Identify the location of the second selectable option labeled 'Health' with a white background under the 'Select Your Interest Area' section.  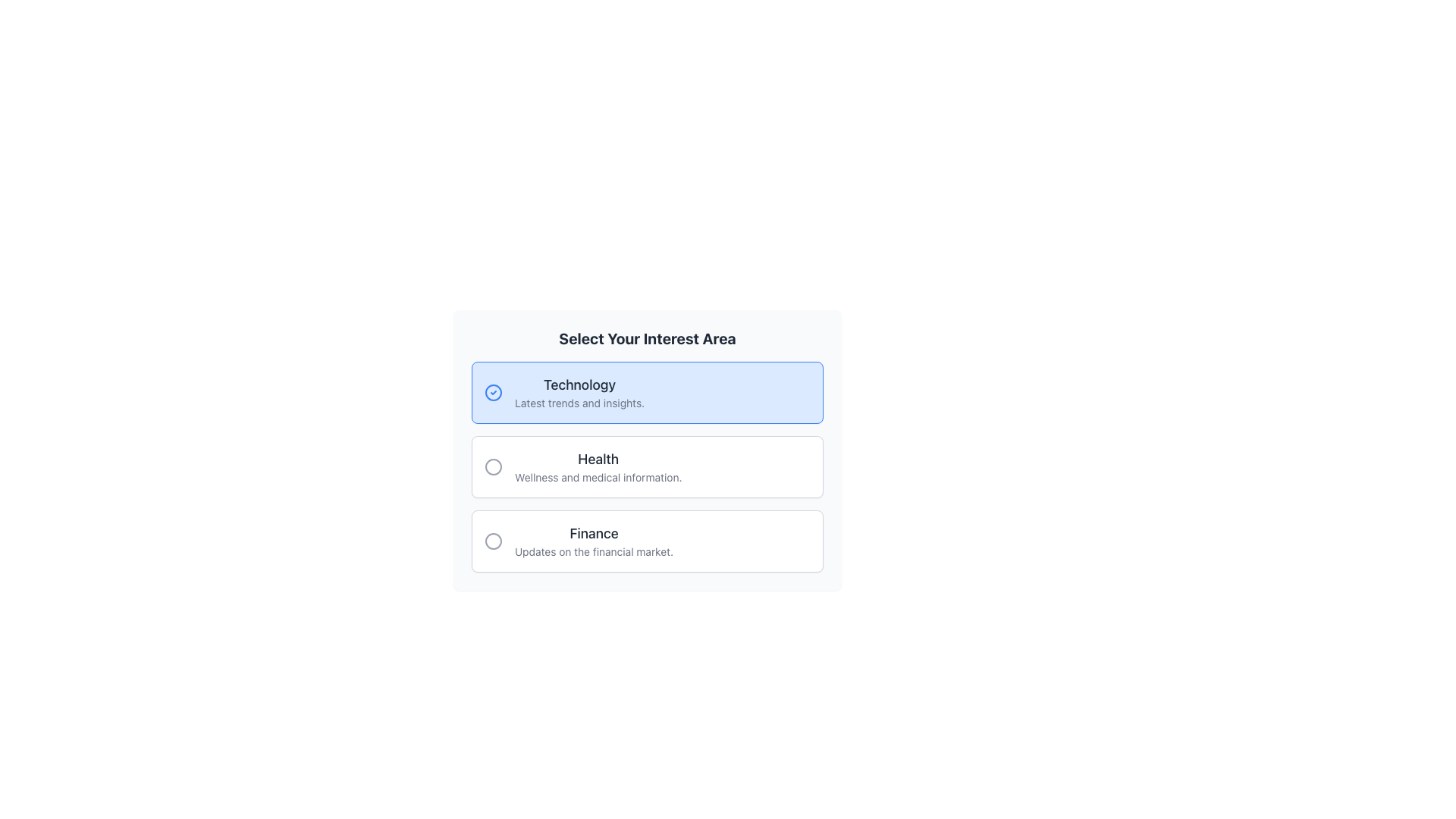
(648, 466).